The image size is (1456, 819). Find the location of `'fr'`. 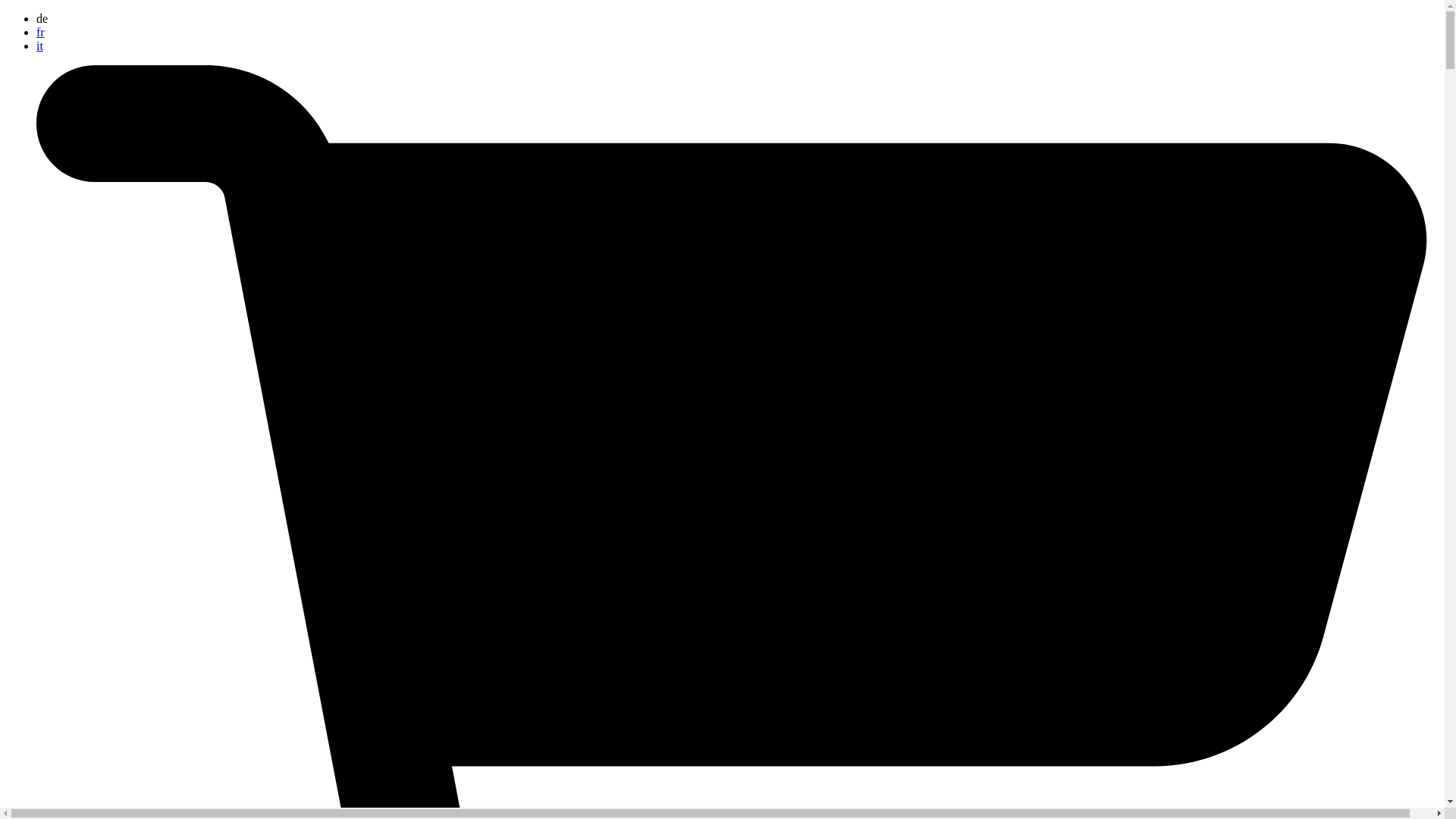

'fr' is located at coordinates (40, 32).